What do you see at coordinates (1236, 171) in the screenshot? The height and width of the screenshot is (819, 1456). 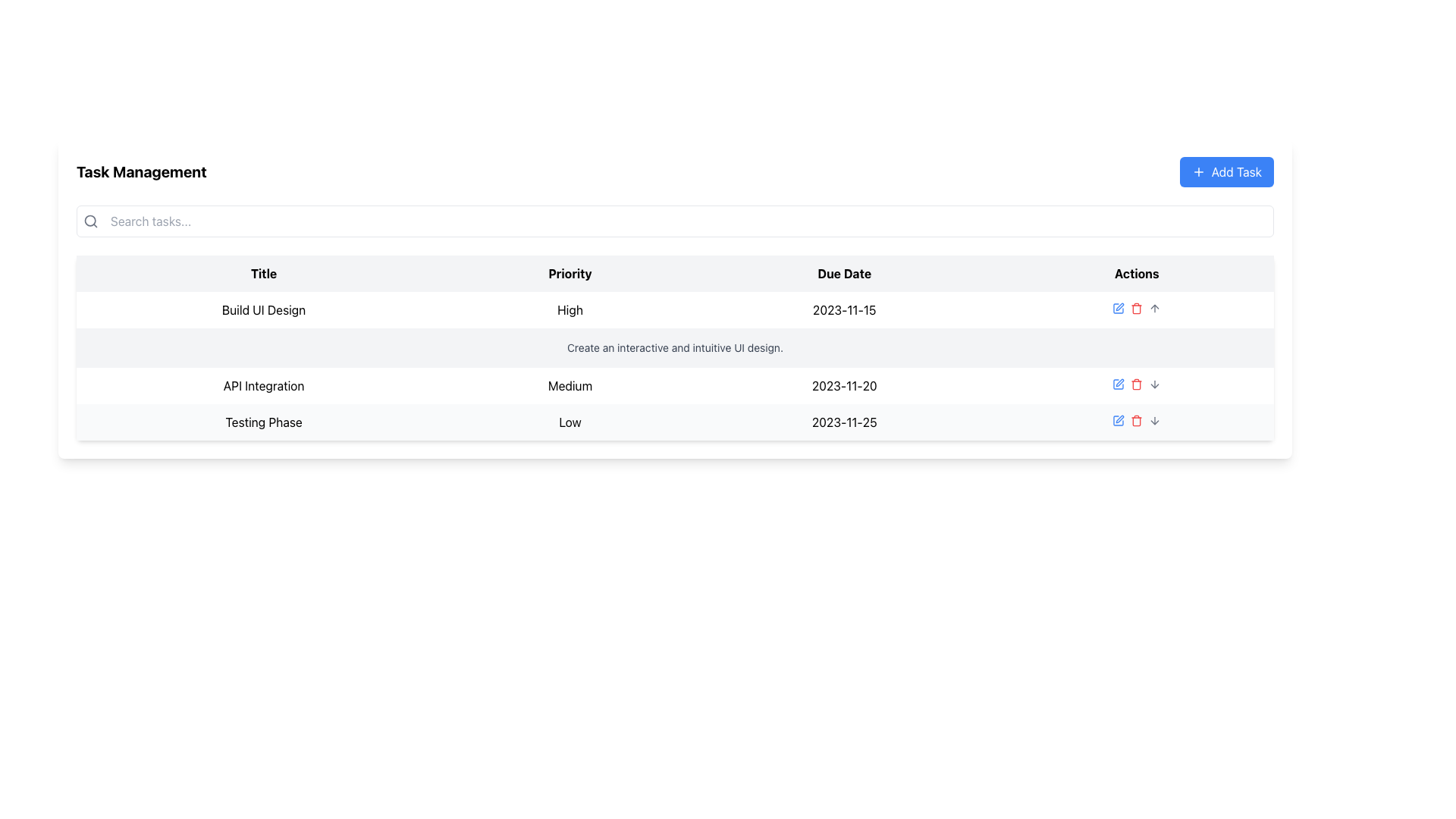 I see `text displayed in the white sans-serif font labeled 'Add Task', which is located inside a blue button in the top-right corner of the layout` at bounding box center [1236, 171].